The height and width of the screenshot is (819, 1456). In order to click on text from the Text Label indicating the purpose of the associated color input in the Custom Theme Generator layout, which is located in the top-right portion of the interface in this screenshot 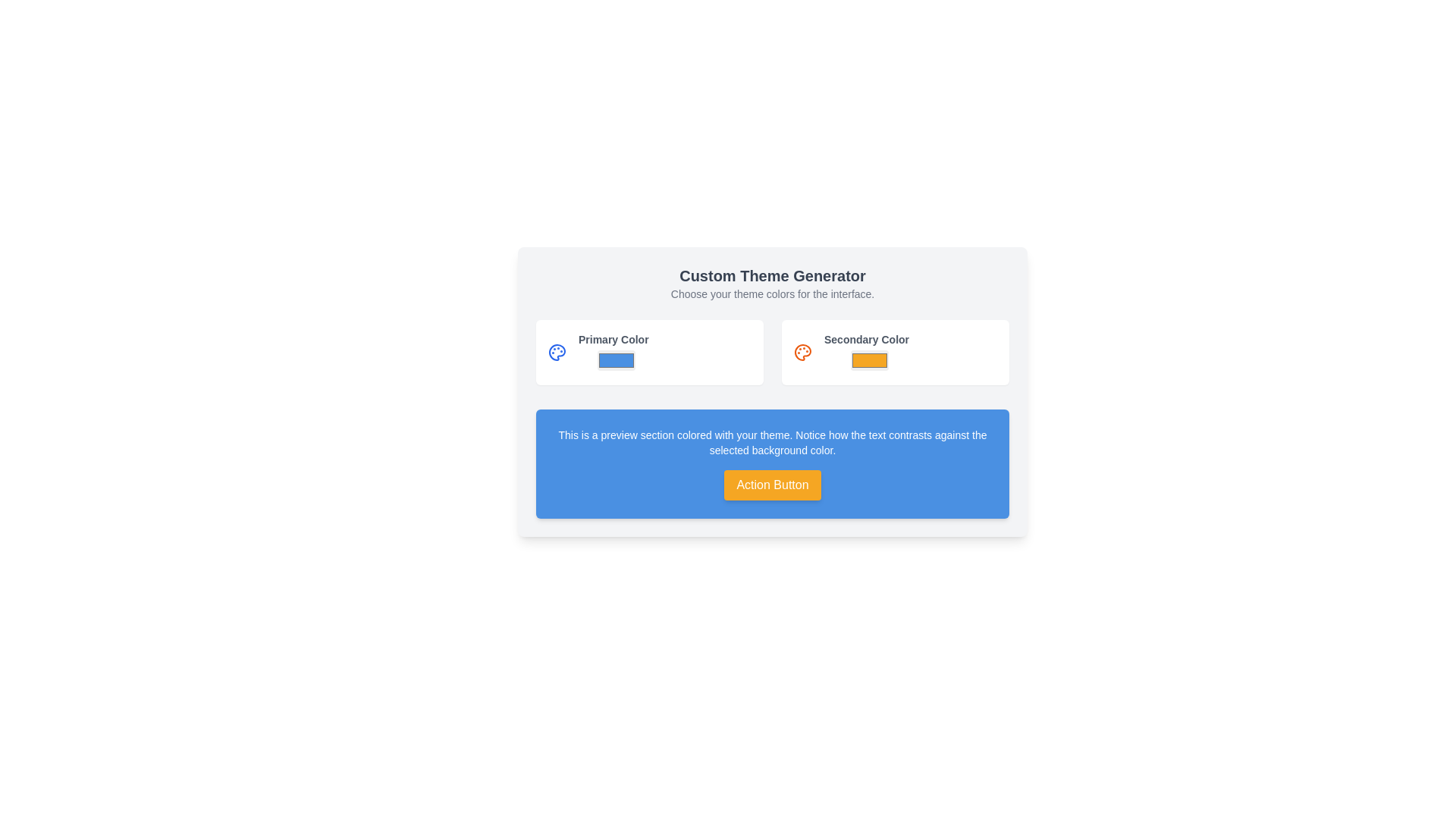, I will do `click(866, 338)`.